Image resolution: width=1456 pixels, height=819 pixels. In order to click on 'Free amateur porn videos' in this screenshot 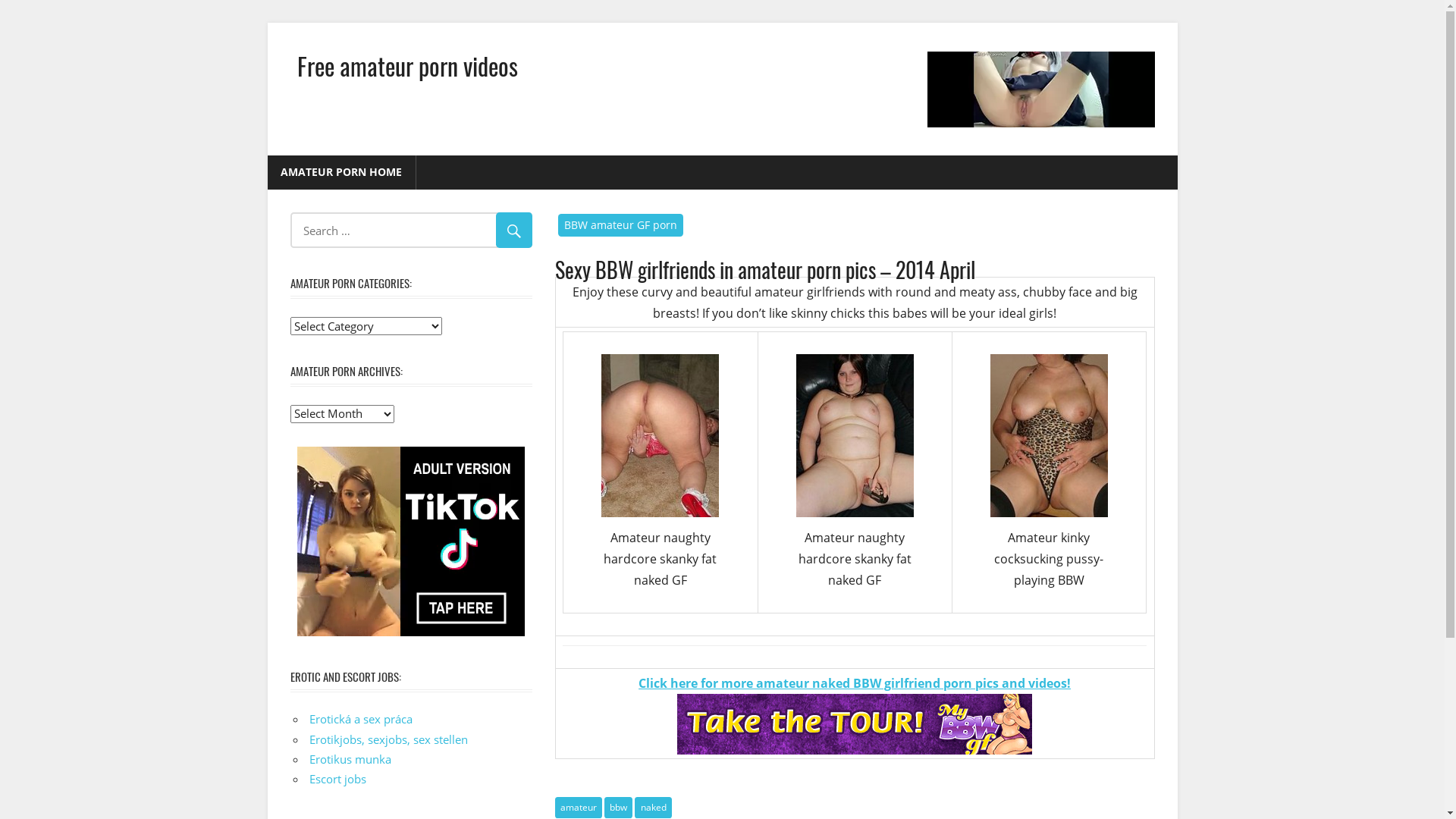, I will do `click(297, 64)`.